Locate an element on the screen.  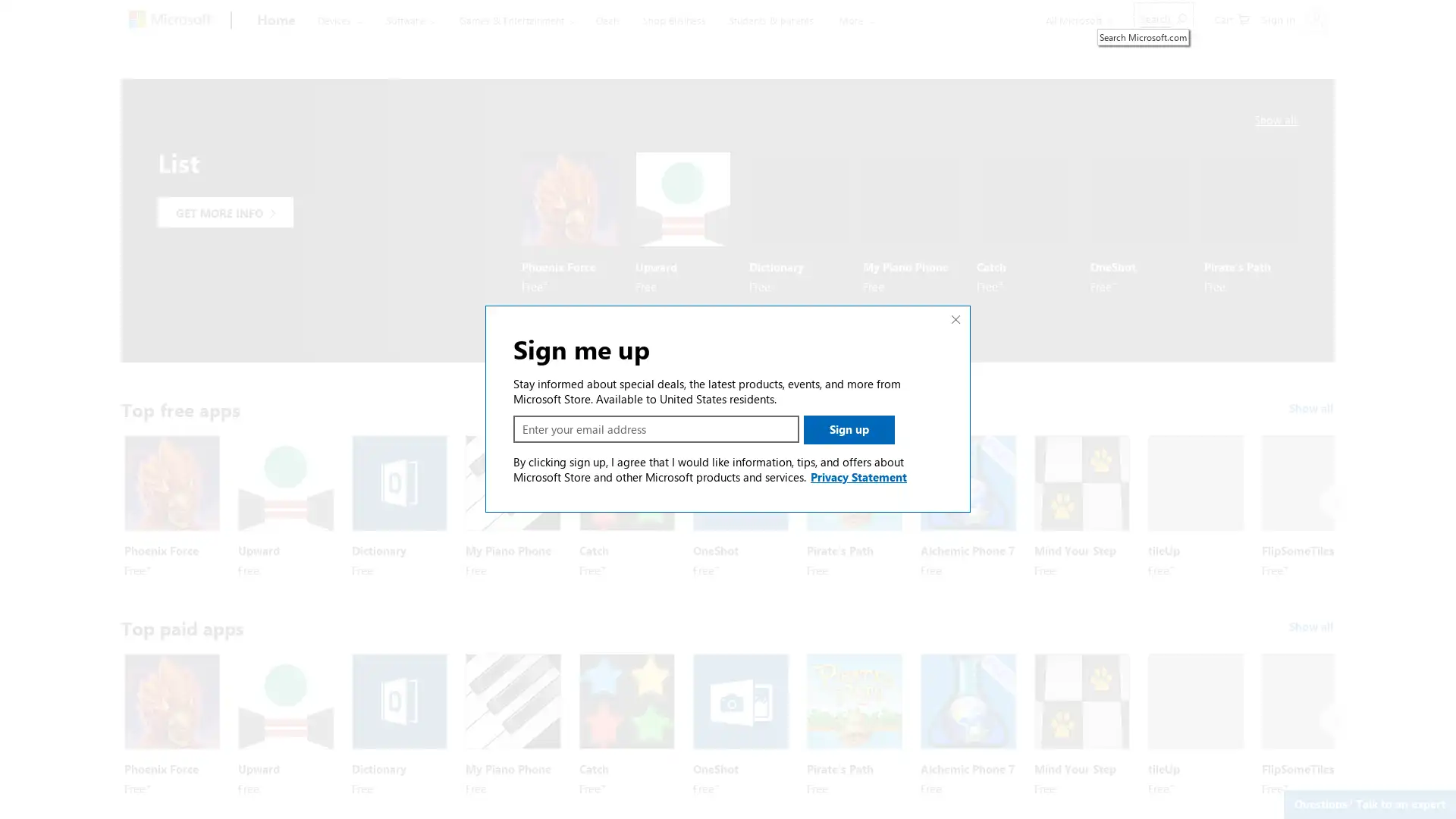
All Microsoft expand to see list of Microsoft products and services is located at coordinates (1076, 20).